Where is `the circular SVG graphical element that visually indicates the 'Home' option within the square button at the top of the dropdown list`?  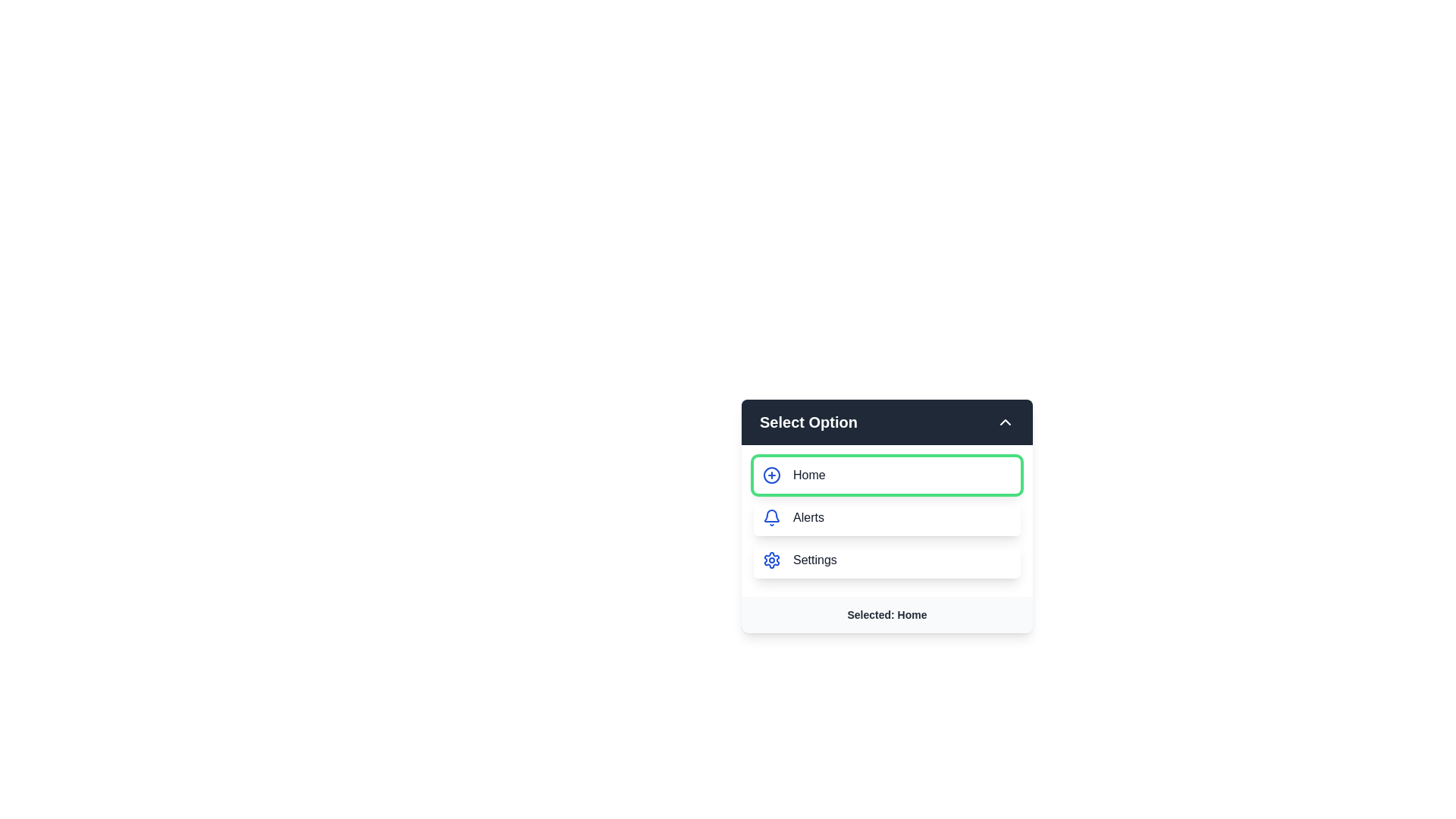
the circular SVG graphical element that visually indicates the 'Home' option within the square button at the top of the dropdown list is located at coordinates (771, 475).